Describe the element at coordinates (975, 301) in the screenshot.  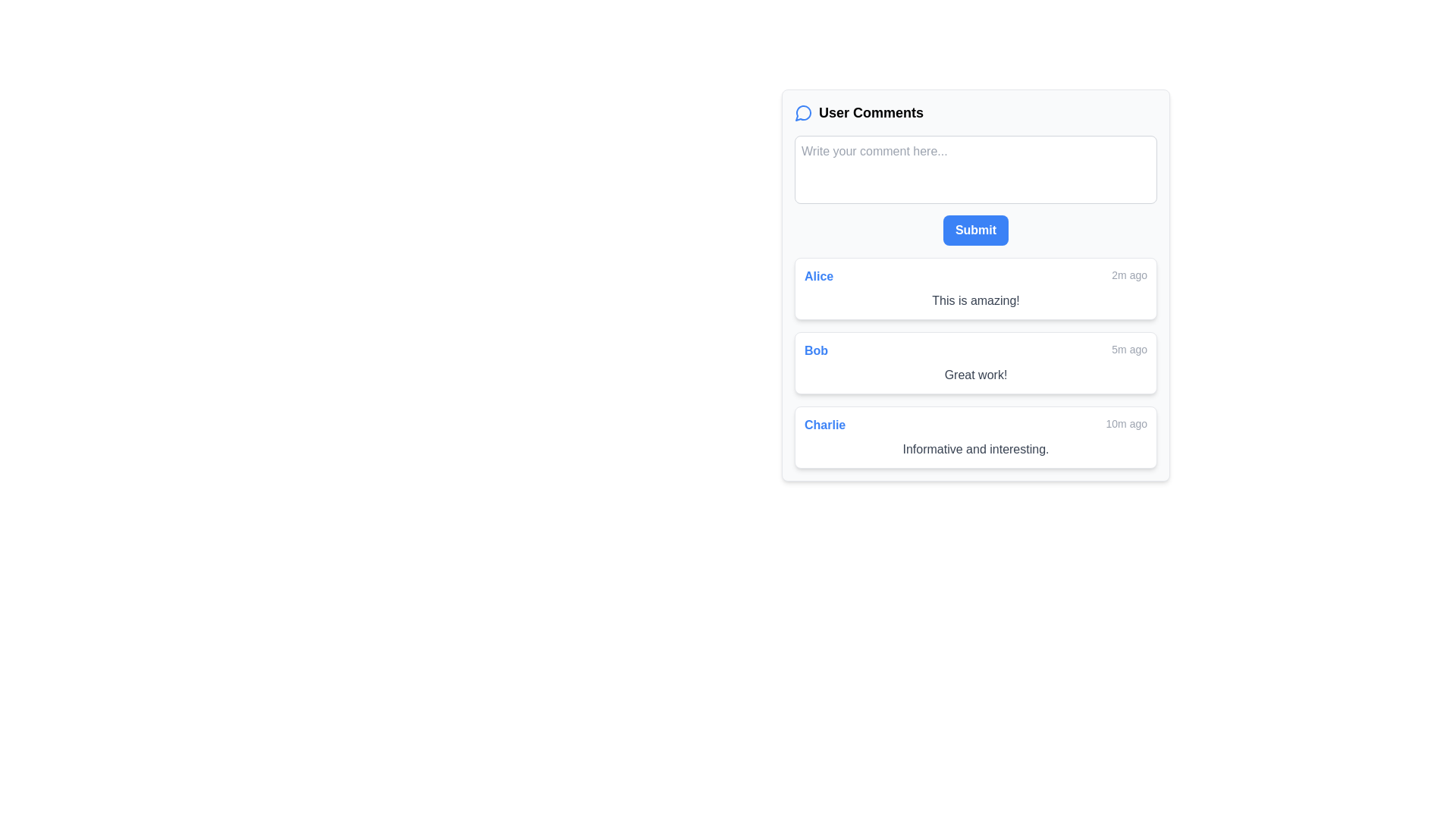
I see `comment text displayed under the subheader for 'Alice' in the 'User Comments' section, which is located above the timestamp of '2m ago'` at that location.